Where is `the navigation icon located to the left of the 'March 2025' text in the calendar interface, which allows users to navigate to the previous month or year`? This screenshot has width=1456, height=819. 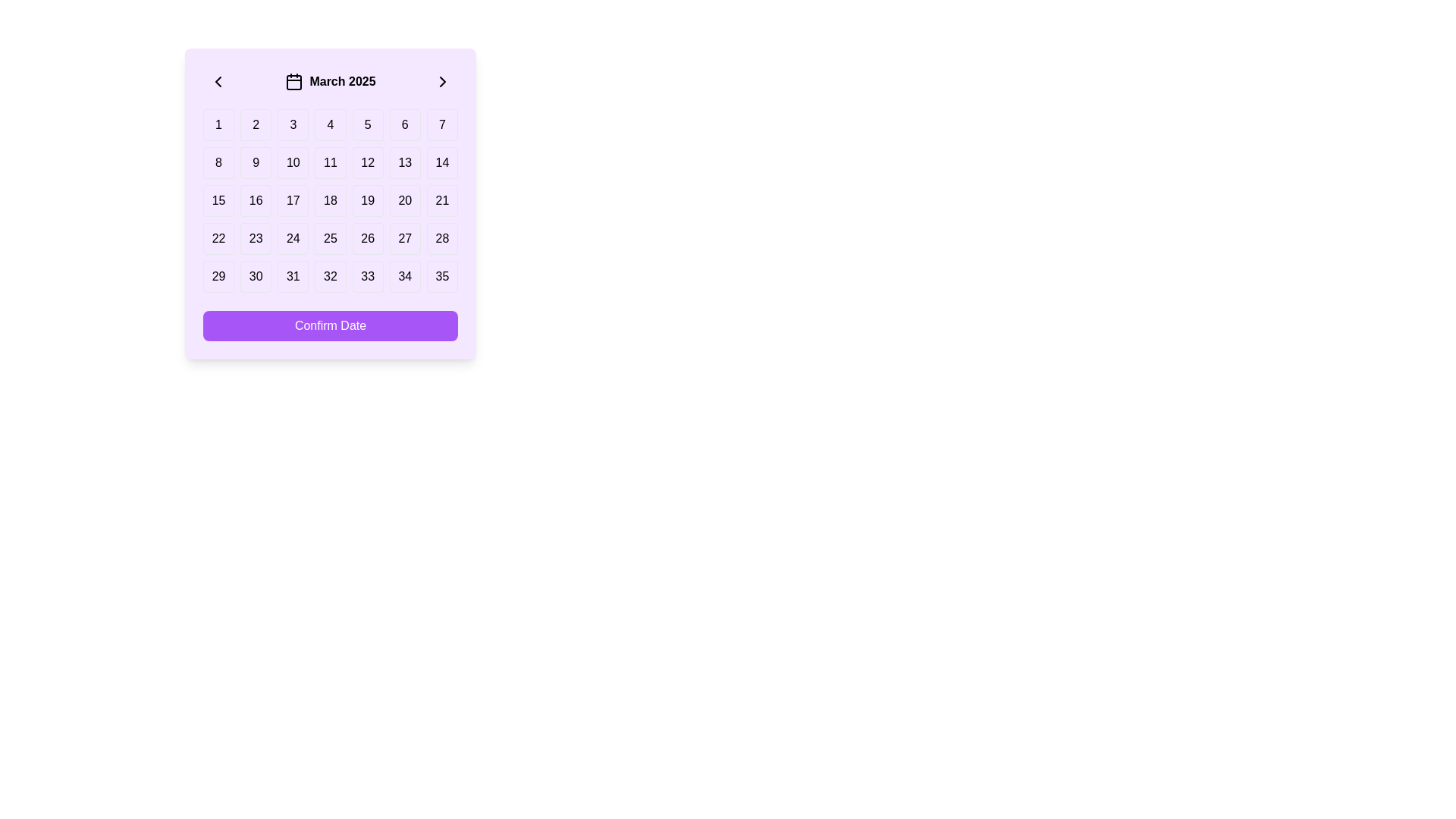 the navigation icon located to the left of the 'March 2025' text in the calendar interface, which allows users to navigate to the previous month or year is located at coordinates (218, 82).